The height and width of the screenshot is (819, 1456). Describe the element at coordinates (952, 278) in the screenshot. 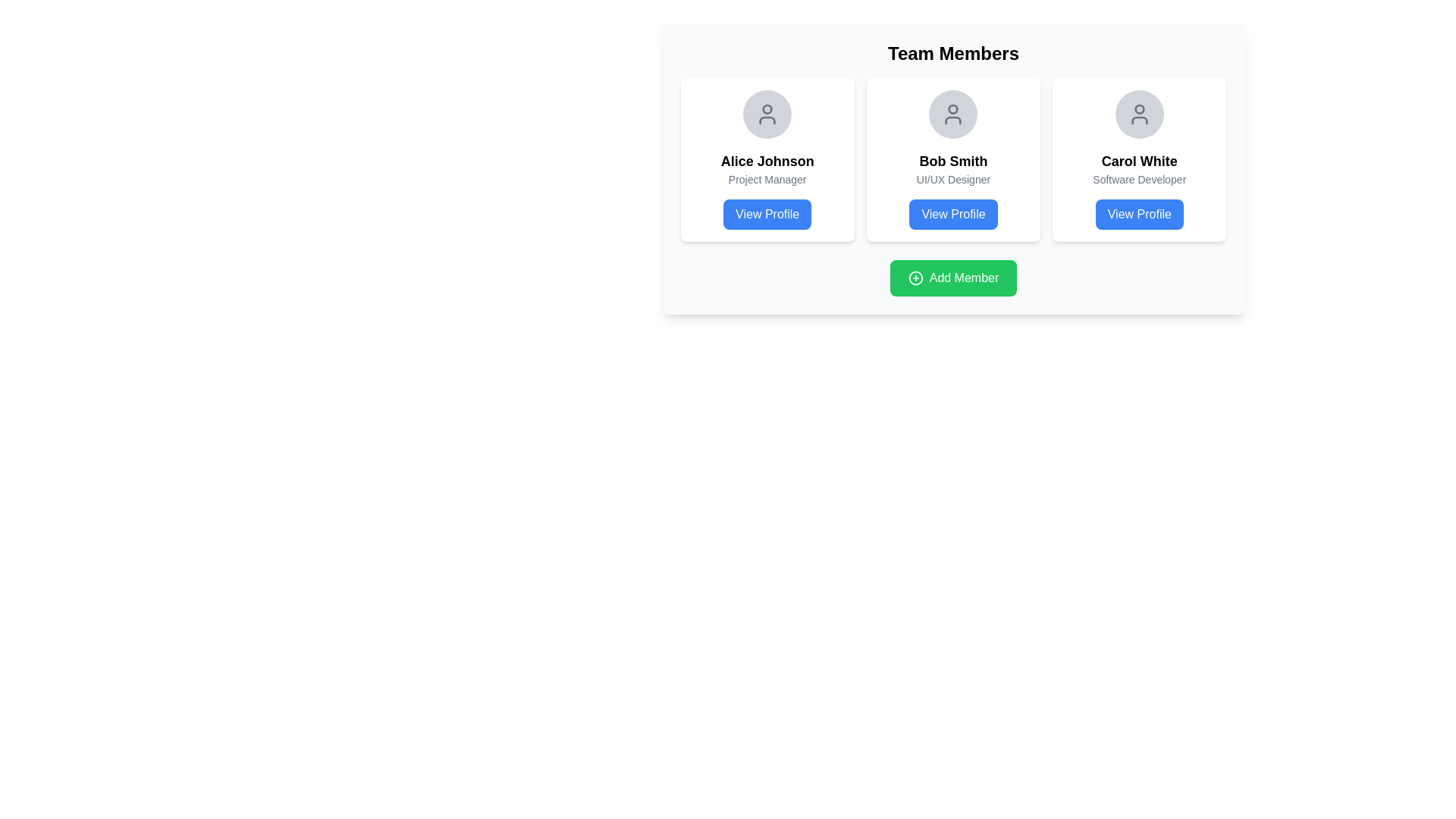

I see `the 'Add Member' button with a green background and white text located at the bottom center of the 'Team Members' section` at that location.